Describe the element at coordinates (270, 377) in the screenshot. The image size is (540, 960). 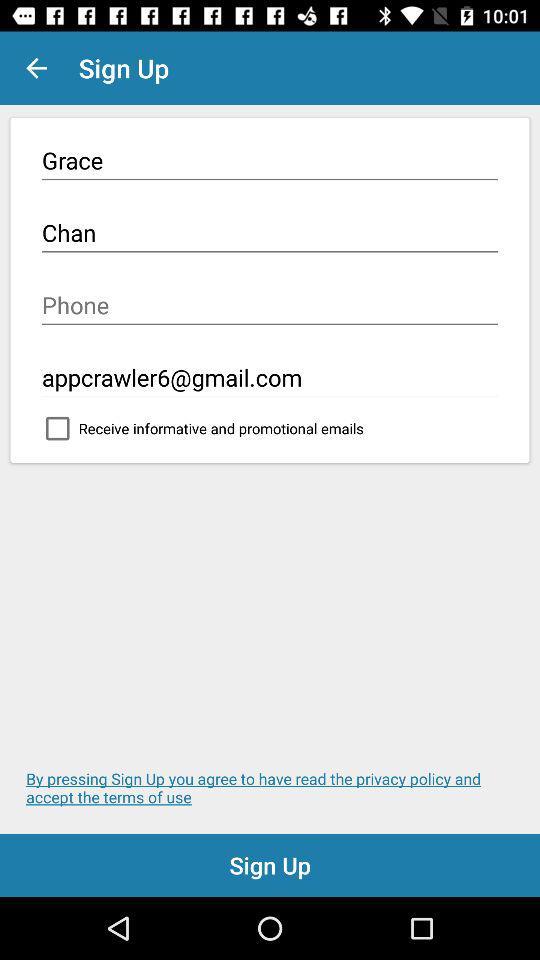
I see `the text which is immediately below the phone` at that location.